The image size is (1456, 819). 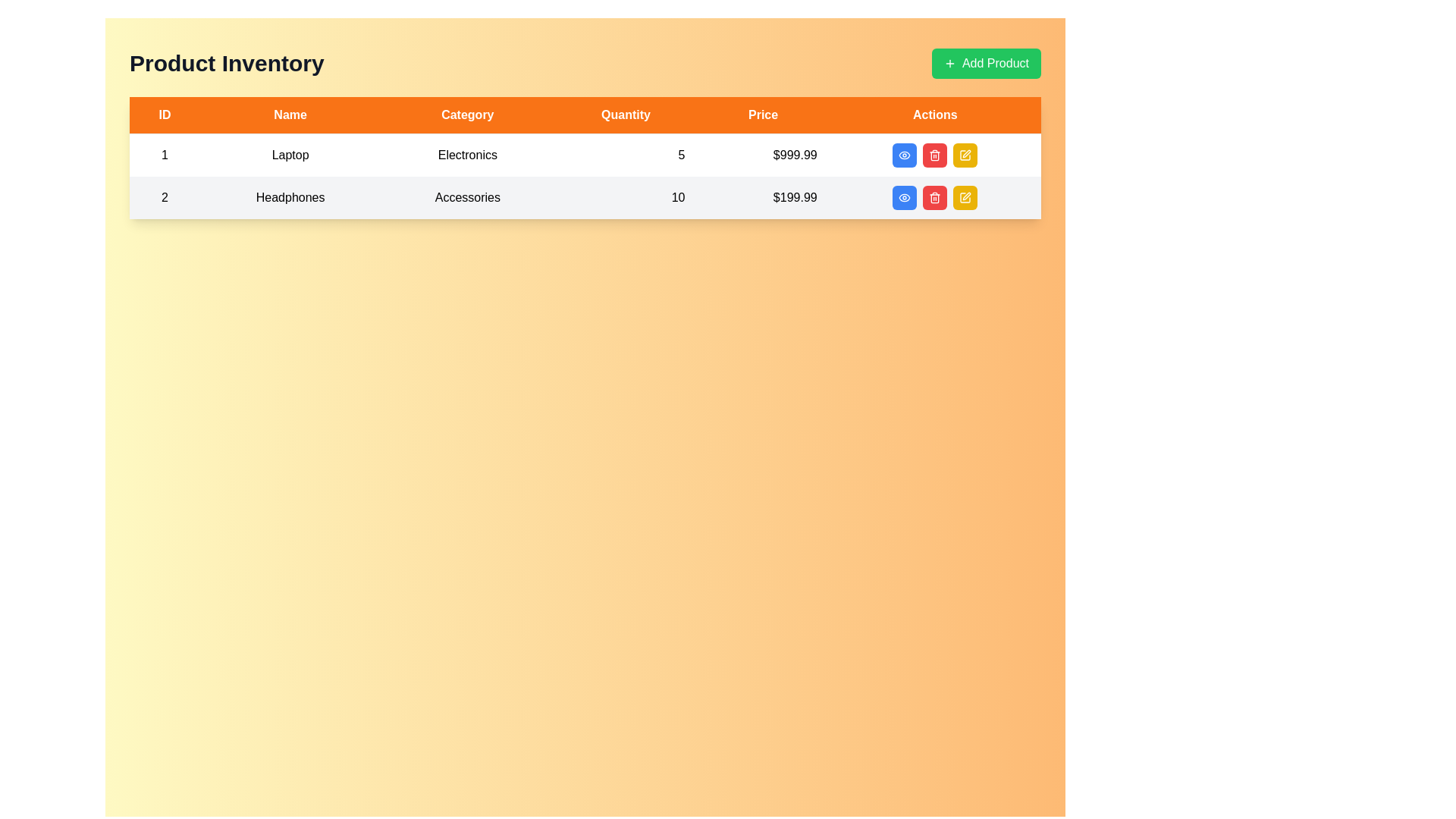 What do you see at coordinates (905, 155) in the screenshot?
I see `the Icon button located in the 'Actions' column of the second row in the table, which serves as a 'view' button for the 'Headphones' product` at bounding box center [905, 155].